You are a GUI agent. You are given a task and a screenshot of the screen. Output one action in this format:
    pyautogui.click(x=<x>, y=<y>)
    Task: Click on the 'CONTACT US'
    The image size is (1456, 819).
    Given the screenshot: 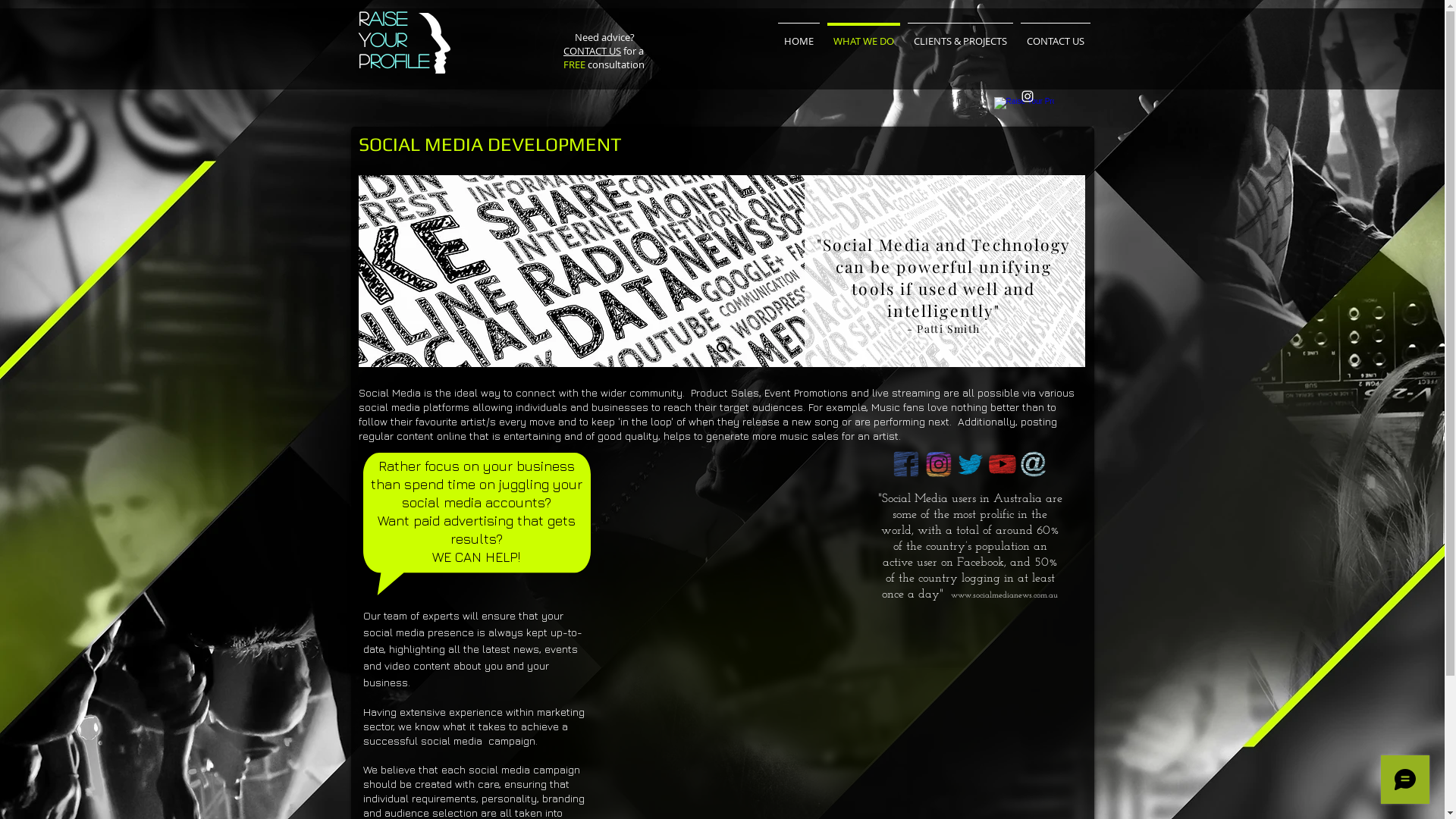 What is the action you would take?
    pyautogui.click(x=591, y=49)
    